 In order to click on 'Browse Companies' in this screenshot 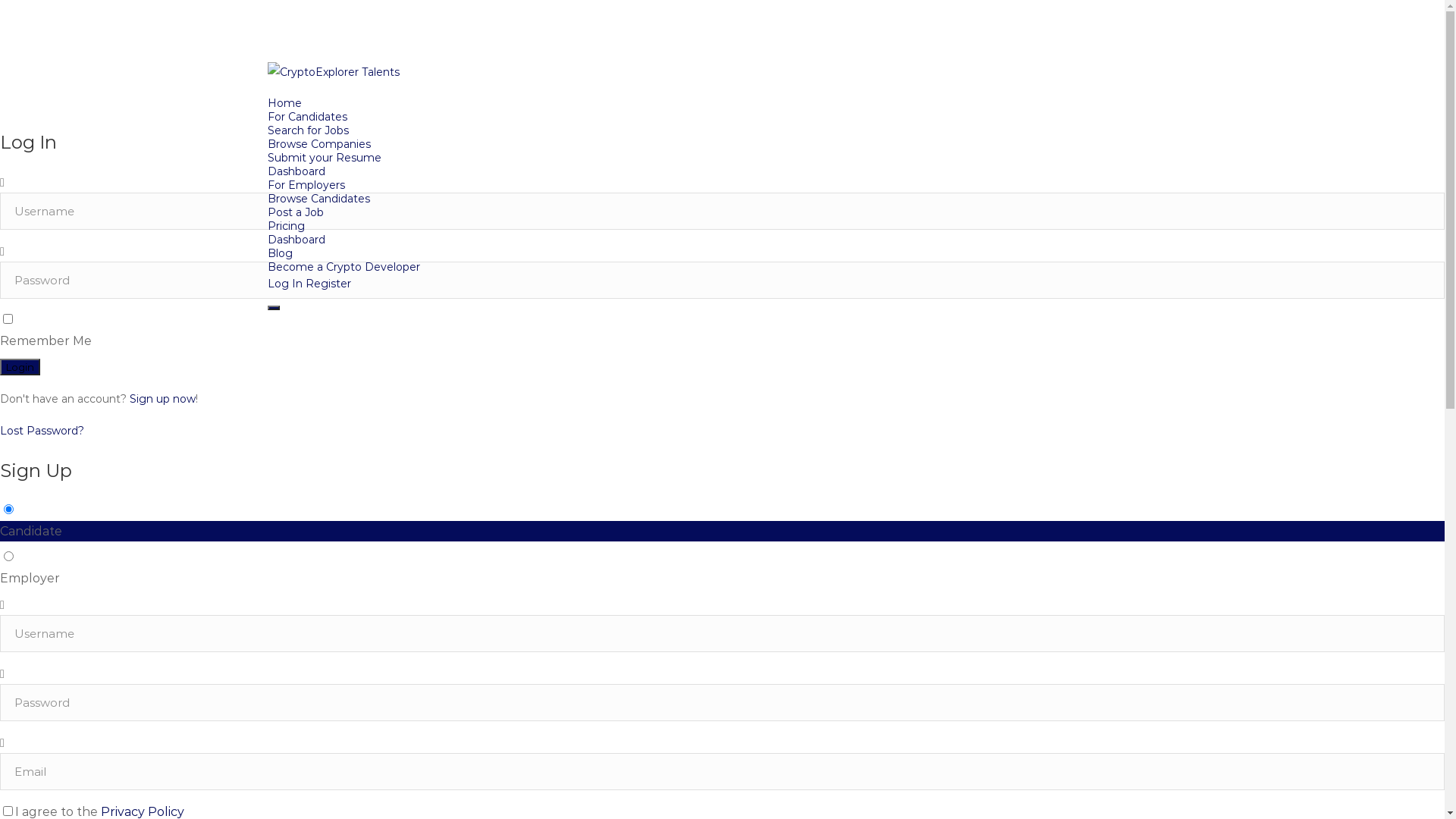, I will do `click(318, 143)`.